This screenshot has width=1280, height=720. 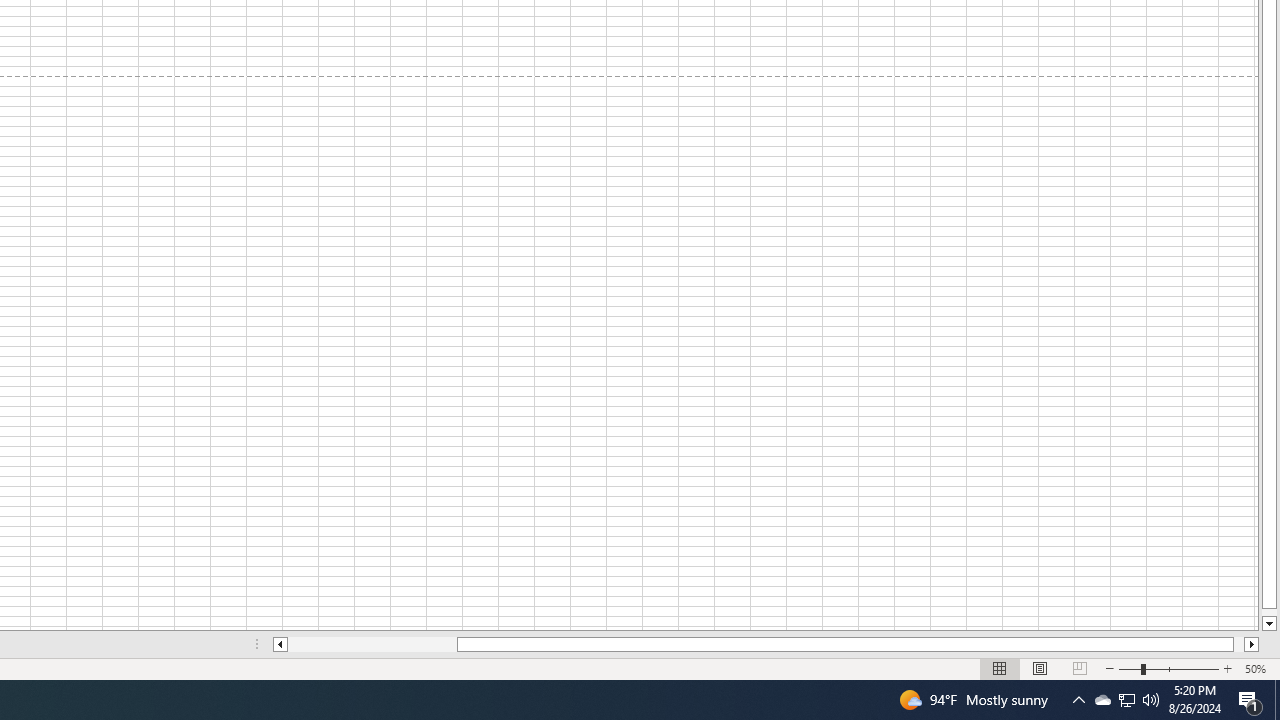 I want to click on 'Normal', so click(x=1000, y=669).